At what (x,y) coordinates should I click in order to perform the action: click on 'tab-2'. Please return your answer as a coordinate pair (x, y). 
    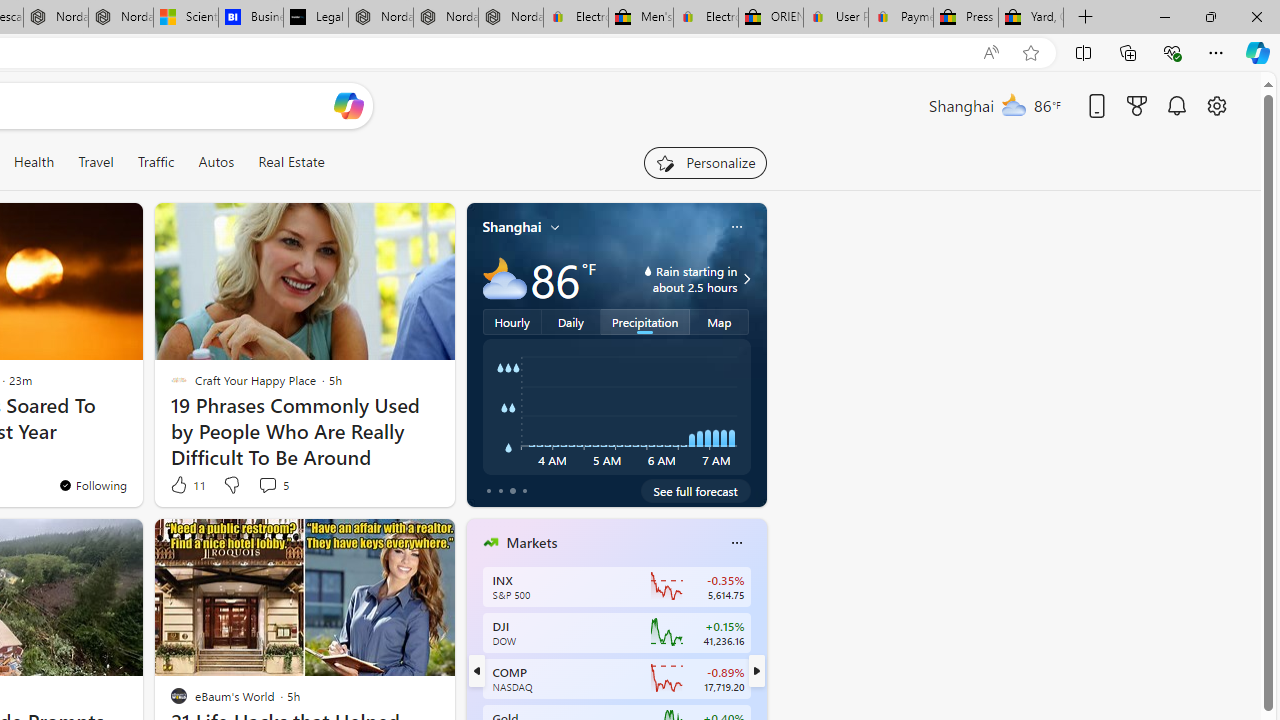
    Looking at the image, I should click on (512, 491).